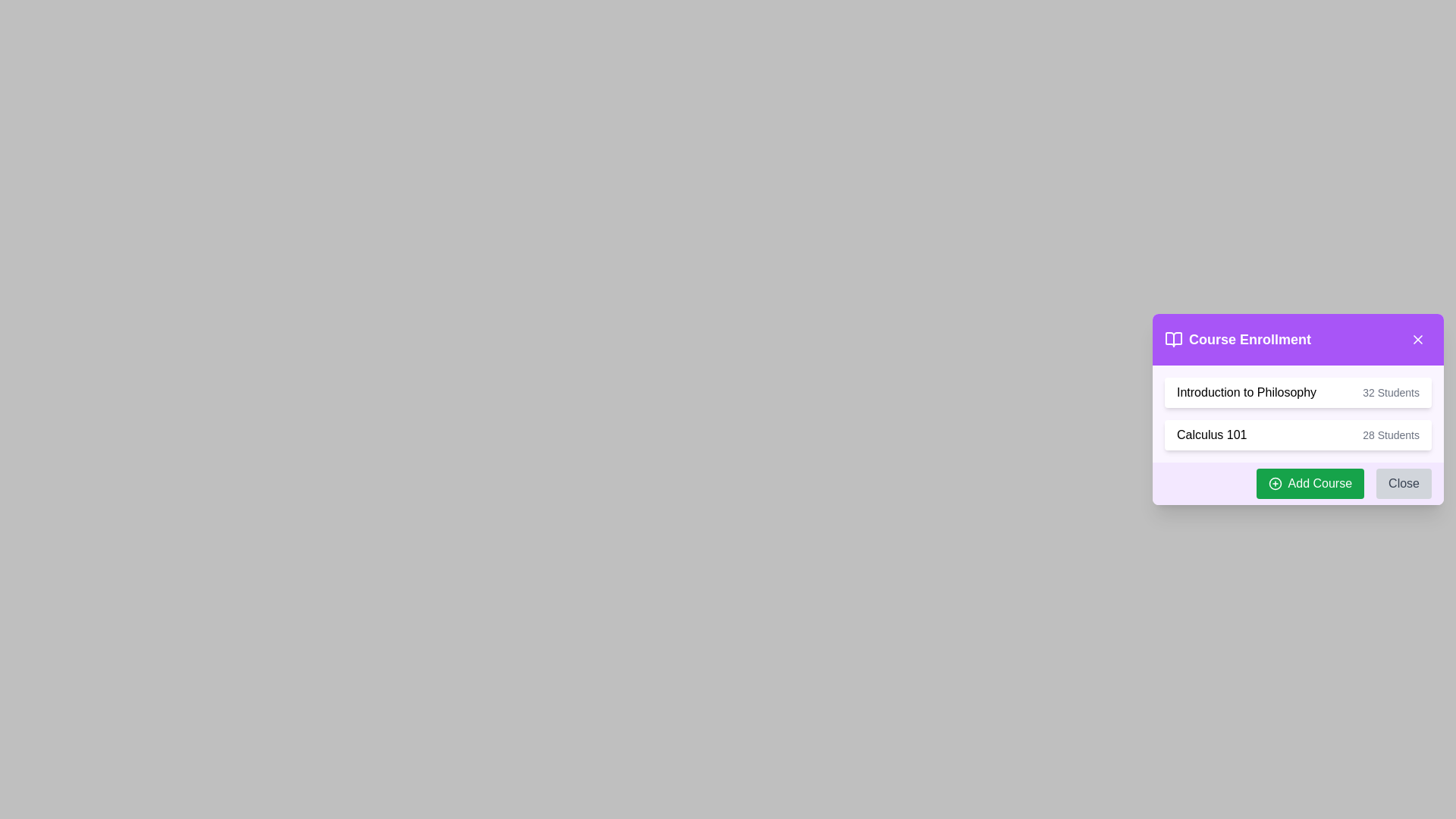 This screenshot has height=819, width=1456. Describe the element at coordinates (1309, 483) in the screenshot. I see `the green 'Add Course' button with white text and a plus icon, located in the 'Course Enrollment' section to initiate adding a course` at that location.